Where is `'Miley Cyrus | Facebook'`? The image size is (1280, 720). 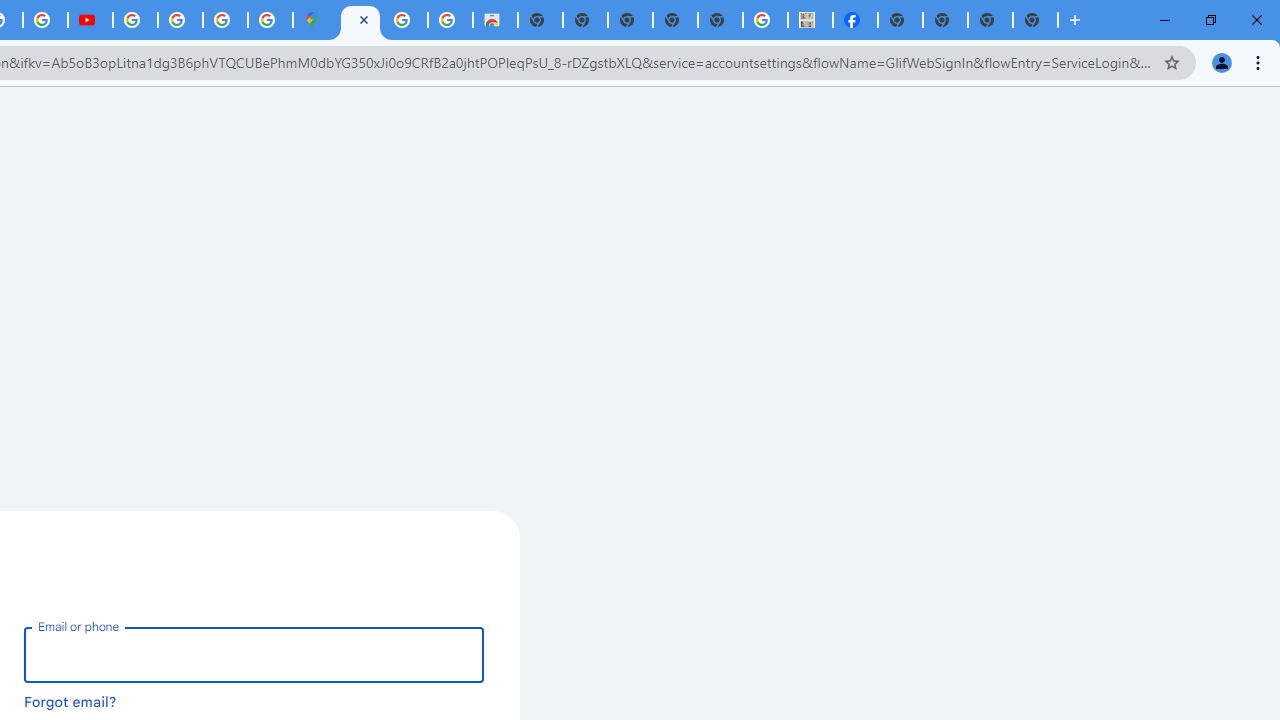
'Miley Cyrus | Facebook' is located at coordinates (855, 20).